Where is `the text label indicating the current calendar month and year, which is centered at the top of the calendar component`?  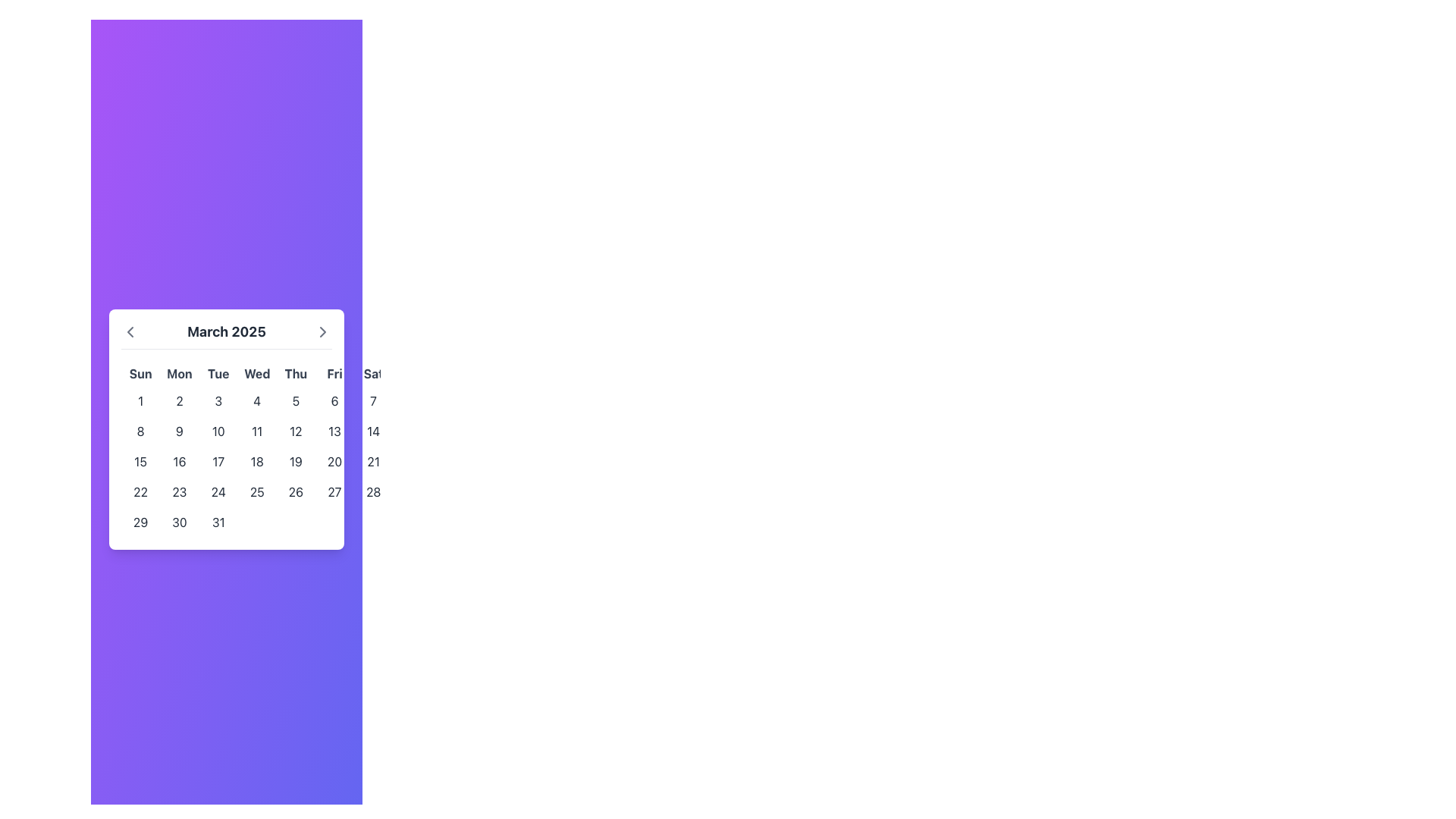
the text label indicating the current calendar month and year, which is centered at the top of the calendar component is located at coordinates (225, 334).